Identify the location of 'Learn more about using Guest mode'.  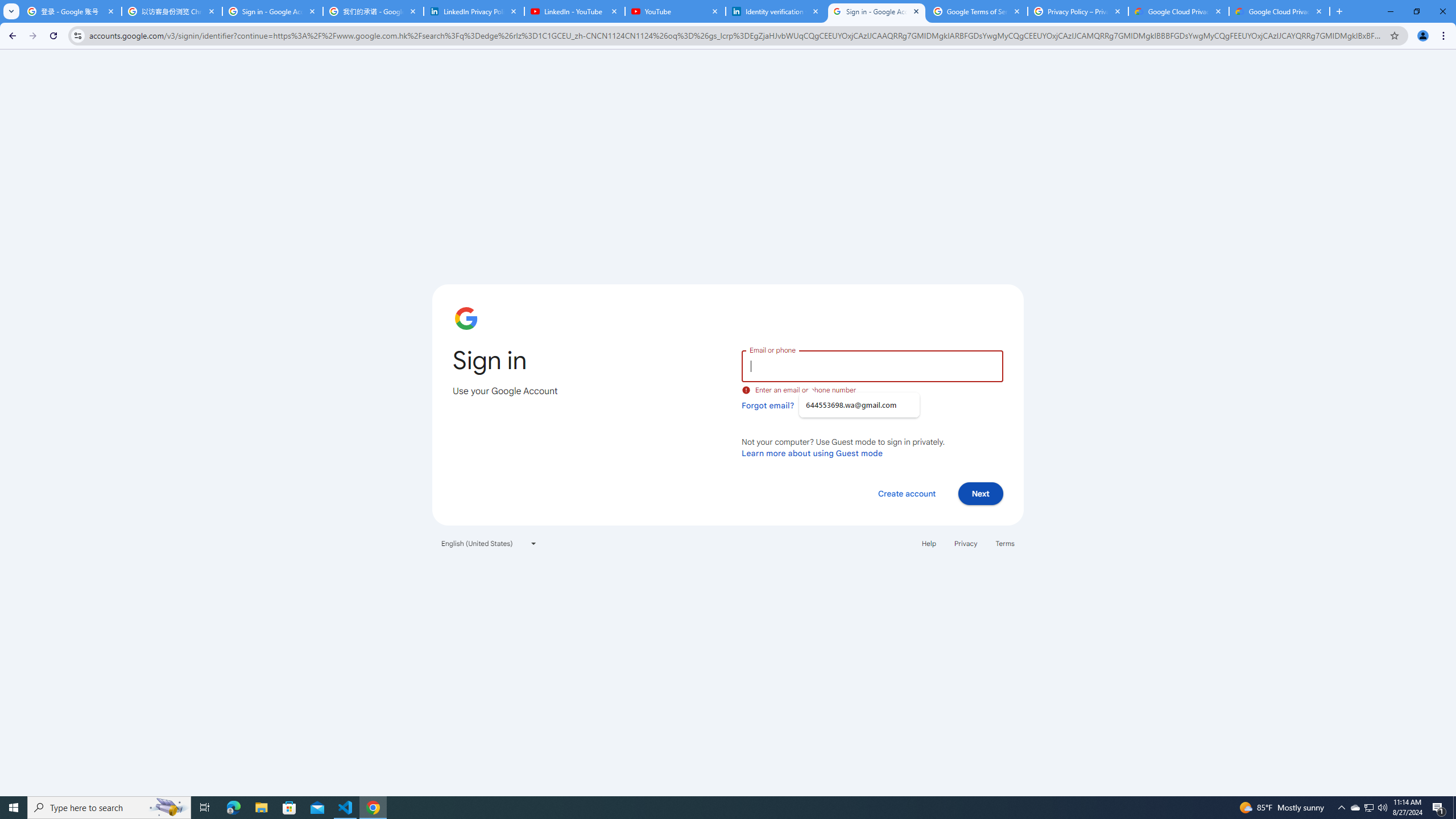
(812, 453).